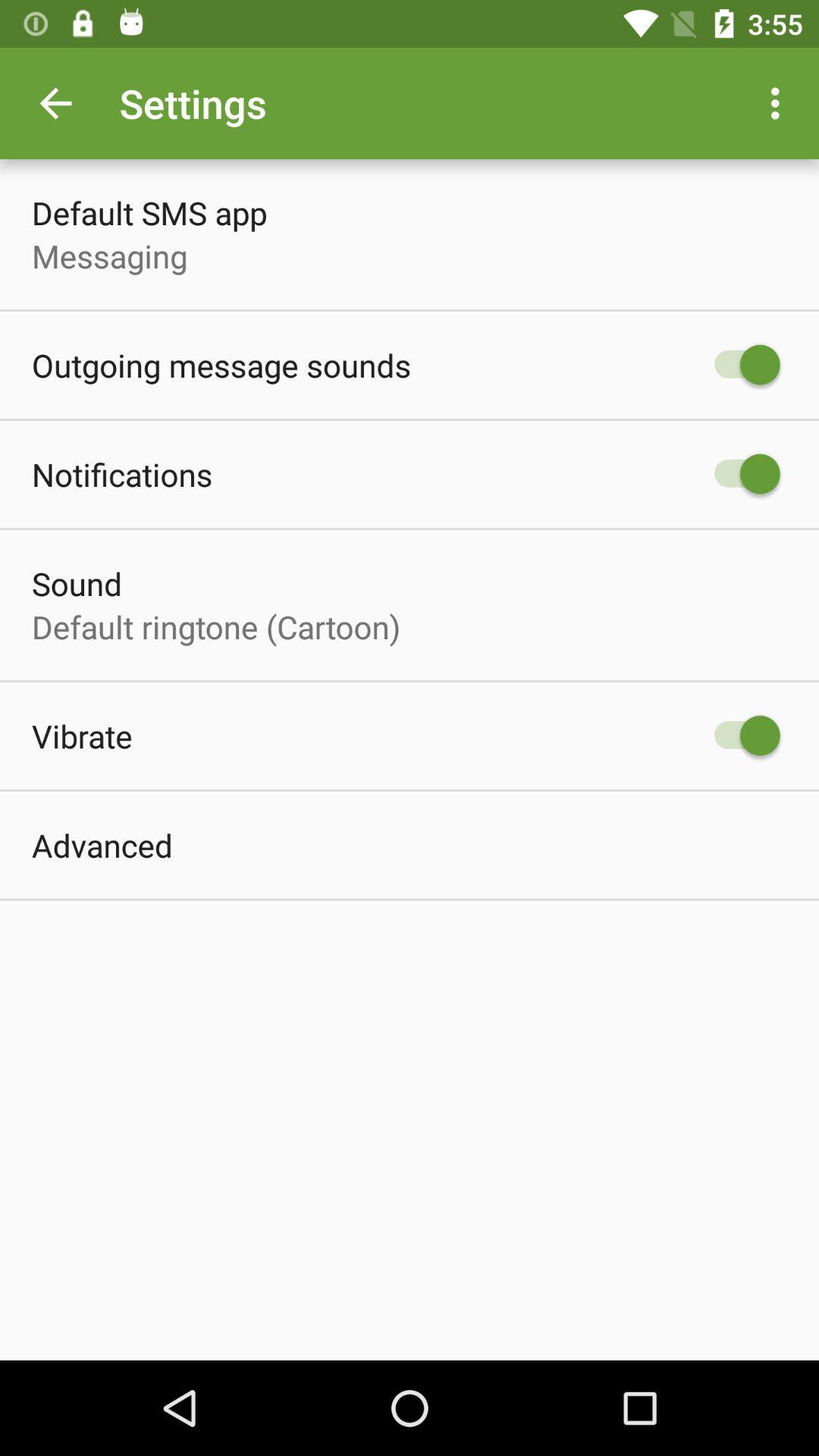 The image size is (819, 1456). I want to click on advanced item, so click(102, 844).